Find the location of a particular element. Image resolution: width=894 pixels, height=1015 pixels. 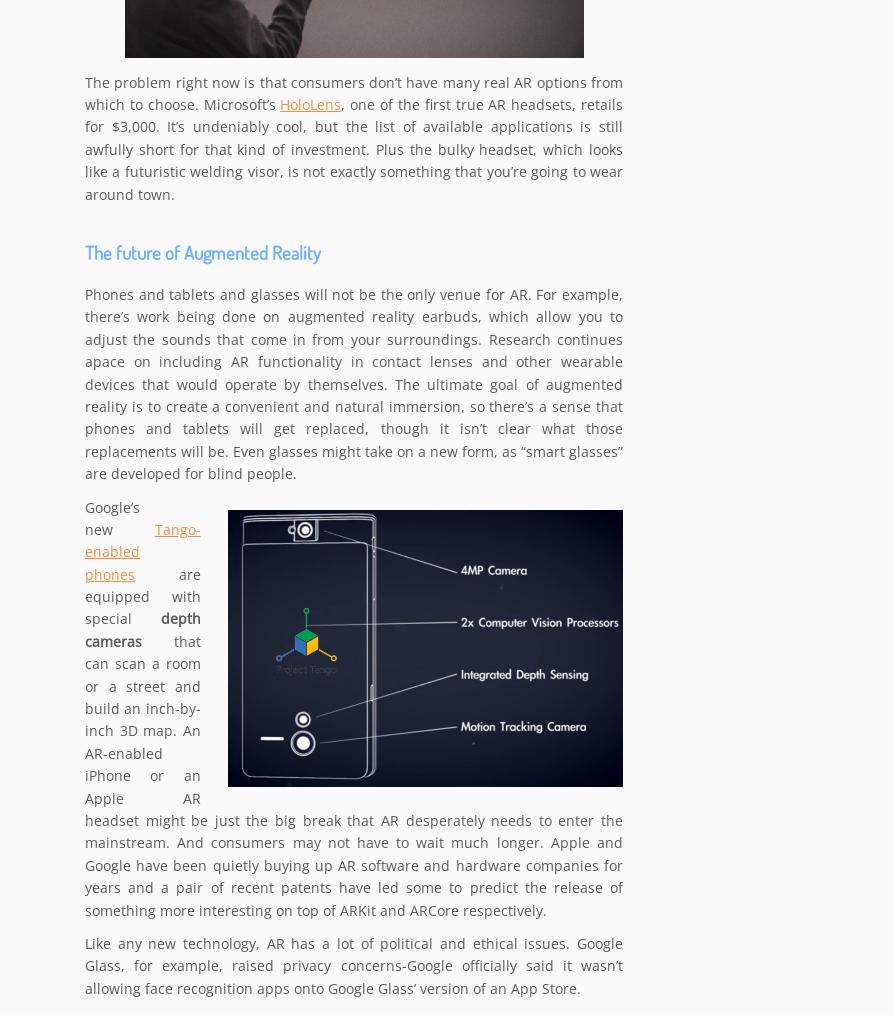

'The future of Augmented Reality' is located at coordinates (203, 253).